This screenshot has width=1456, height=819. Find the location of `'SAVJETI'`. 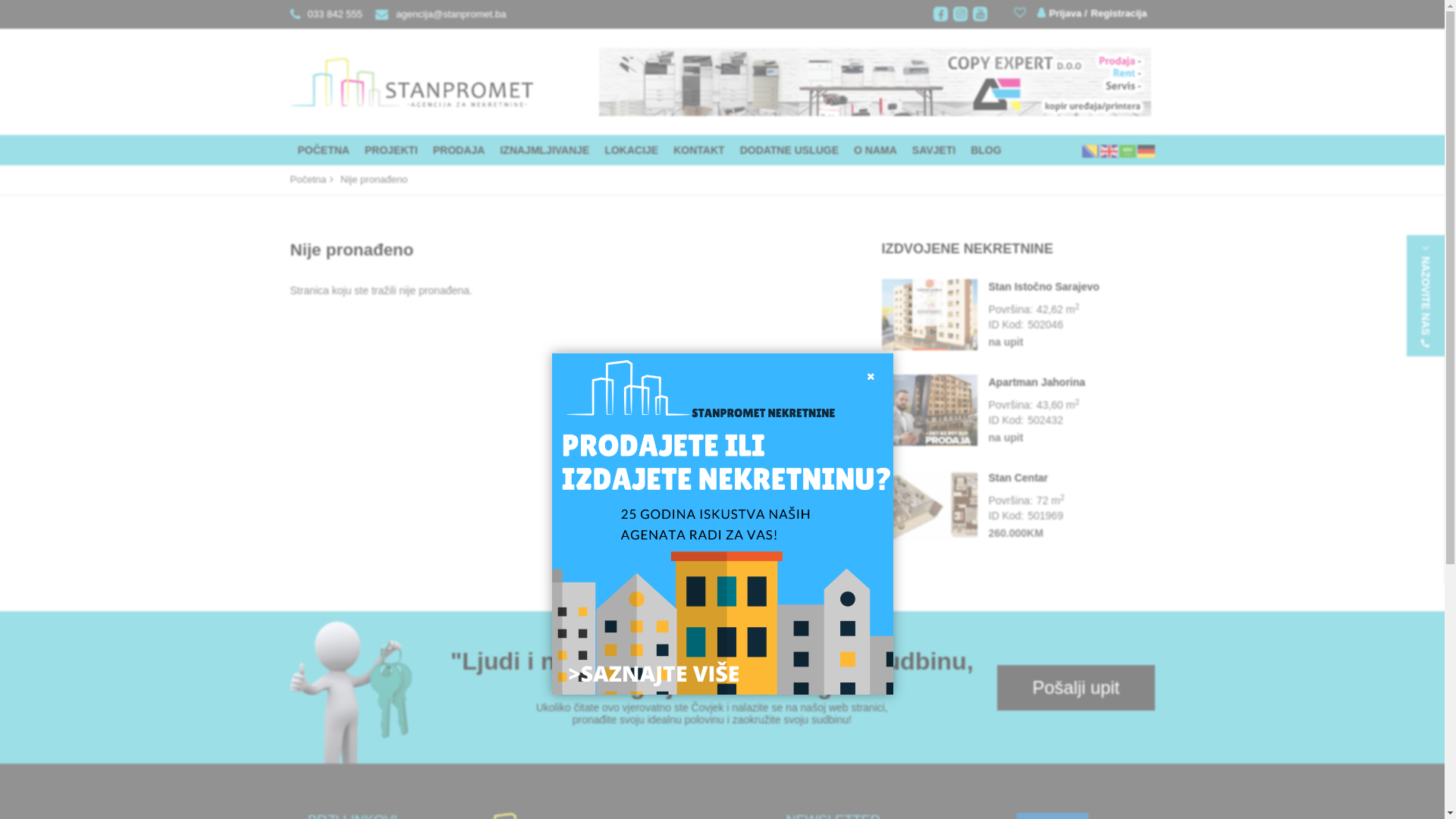

'SAVJETI' is located at coordinates (933, 149).